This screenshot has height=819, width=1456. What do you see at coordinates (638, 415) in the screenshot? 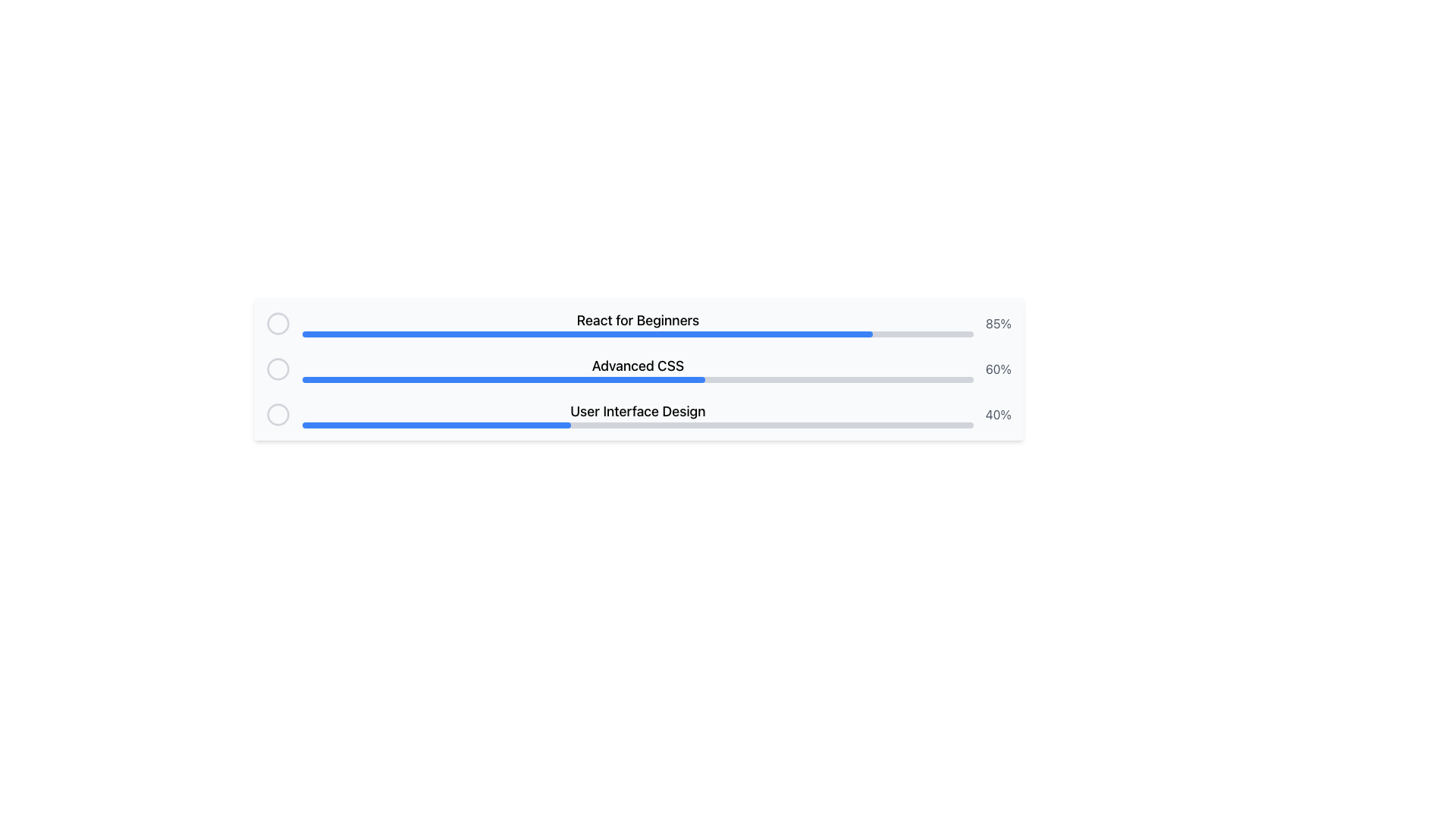
I see `the Labeled Progress Indicator for the 'User Interface Design' course, which visually shows progress and is the third item in a vertical list` at bounding box center [638, 415].